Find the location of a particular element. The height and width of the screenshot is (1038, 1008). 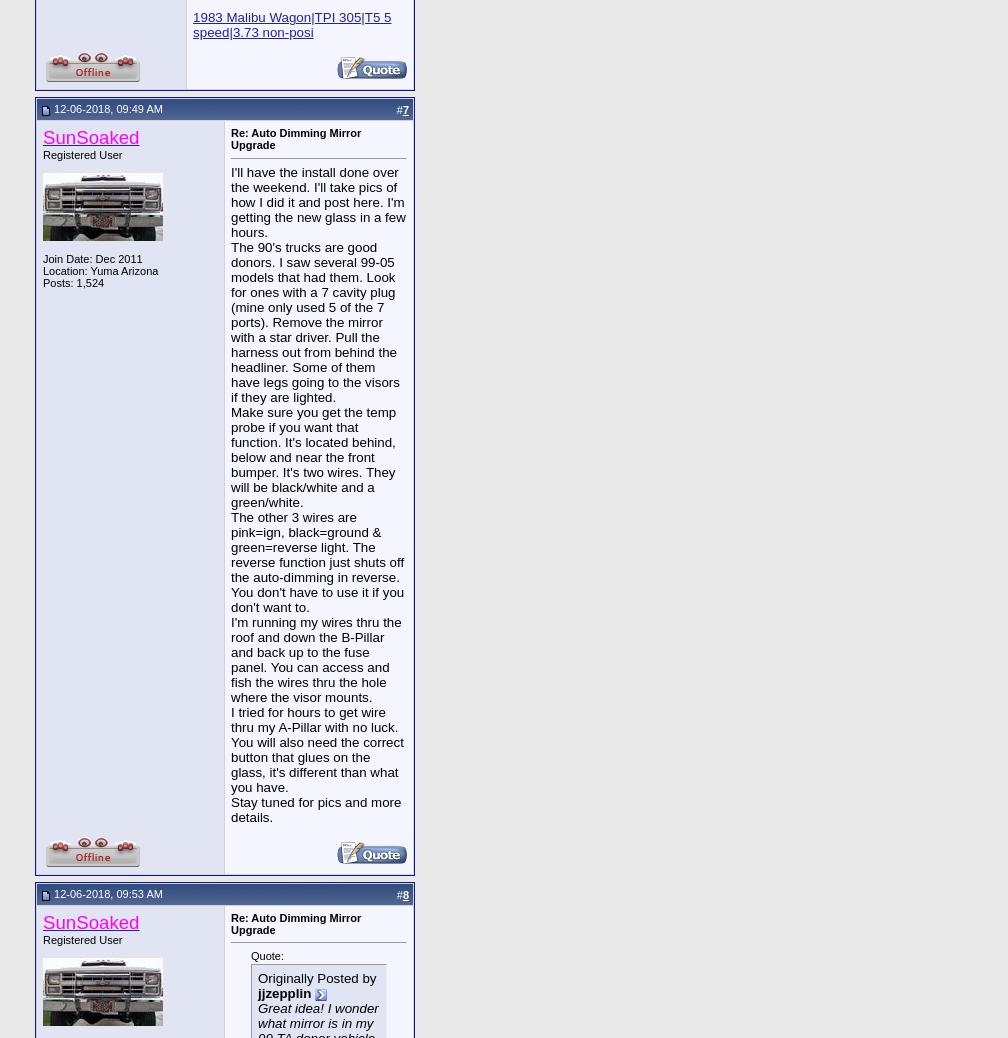

'8' is located at coordinates (401, 894).